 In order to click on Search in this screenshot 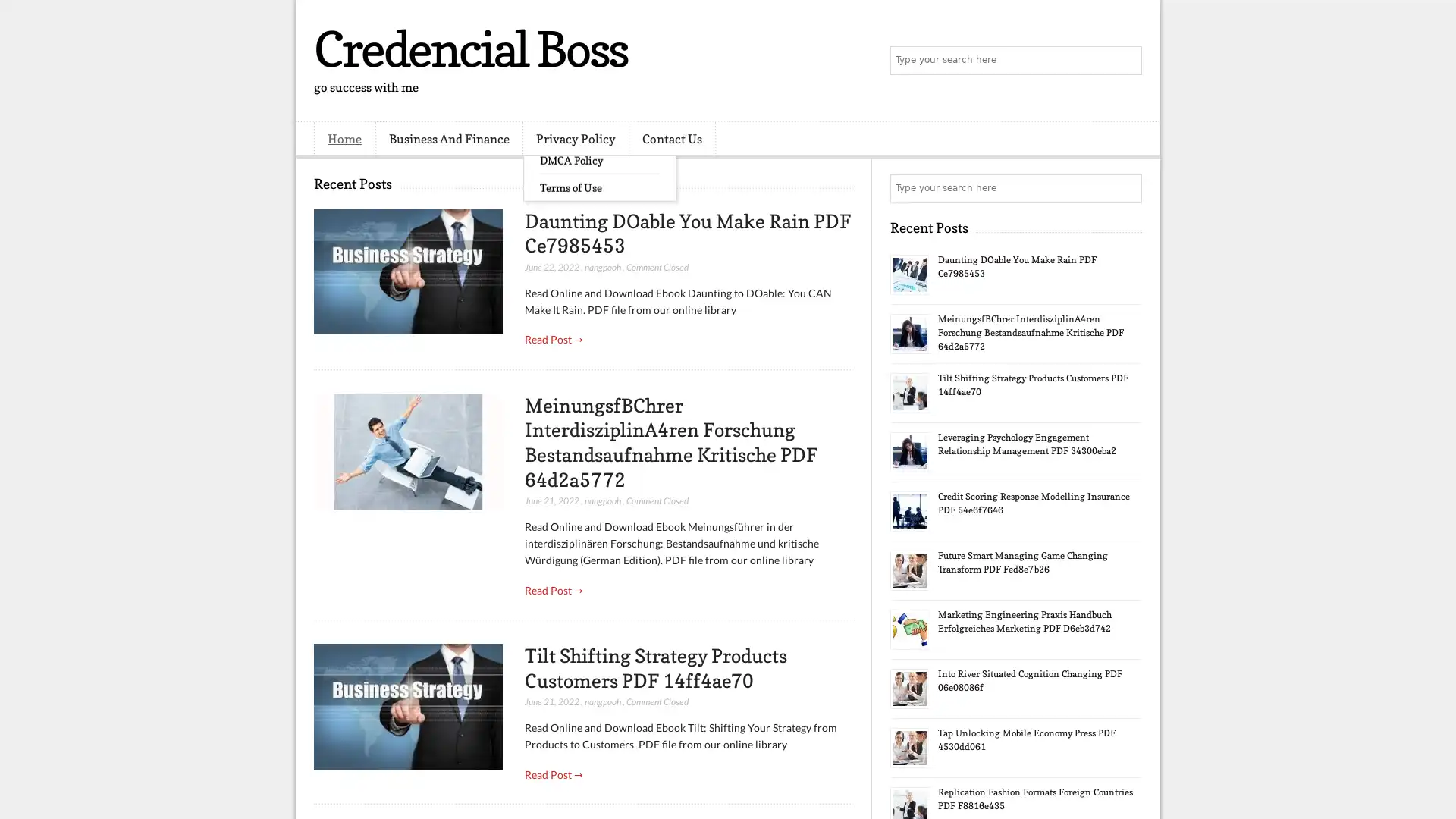, I will do `click(1126, 188)`.